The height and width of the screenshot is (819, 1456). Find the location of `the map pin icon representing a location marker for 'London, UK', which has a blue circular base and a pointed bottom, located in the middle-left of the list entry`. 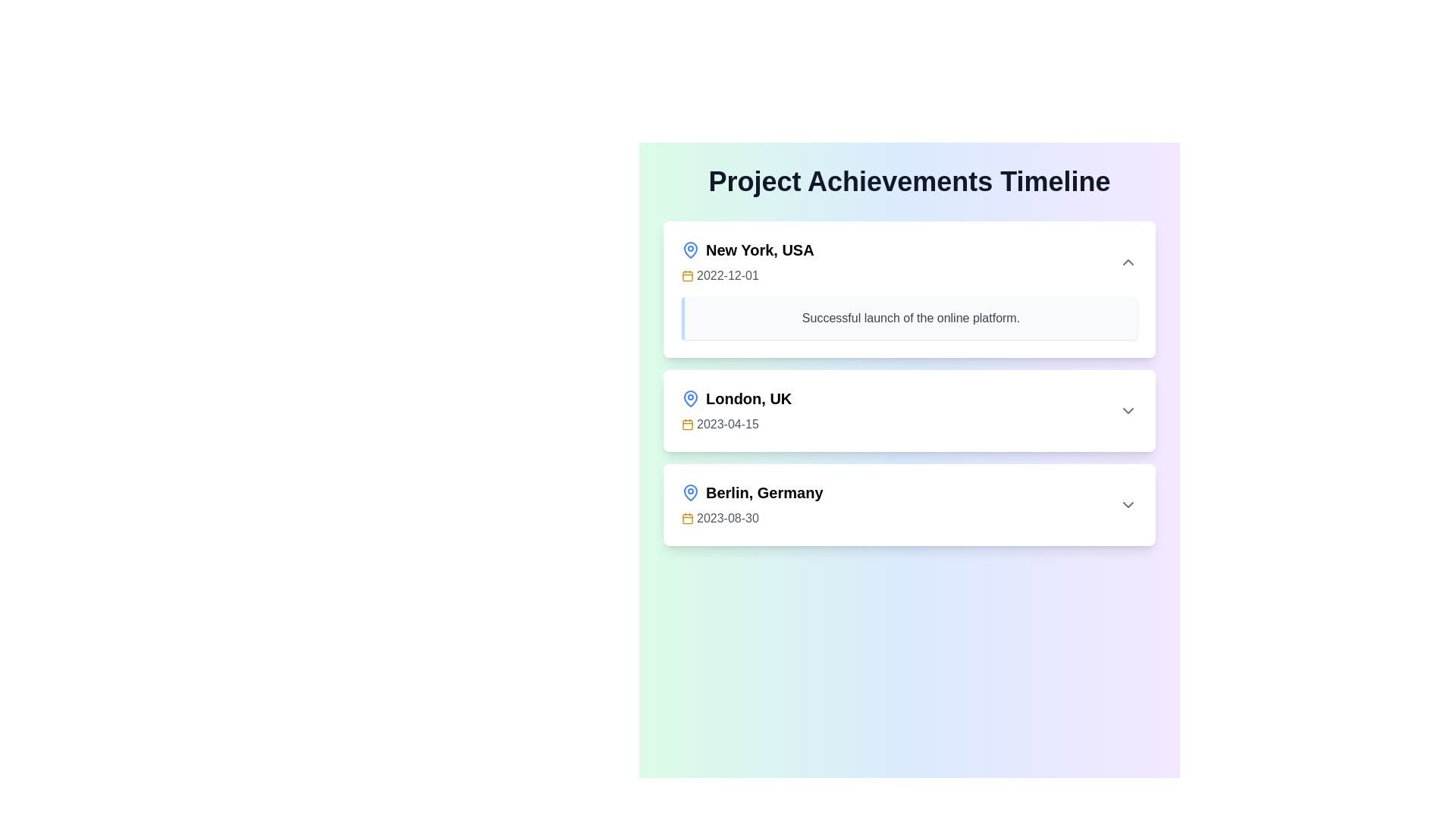

the map pin icon representing a location marker for 'London, UK', which has a blue circular base and a pointed bottom, located in the middle-left of the list entry is located at coordinates (690, 397).